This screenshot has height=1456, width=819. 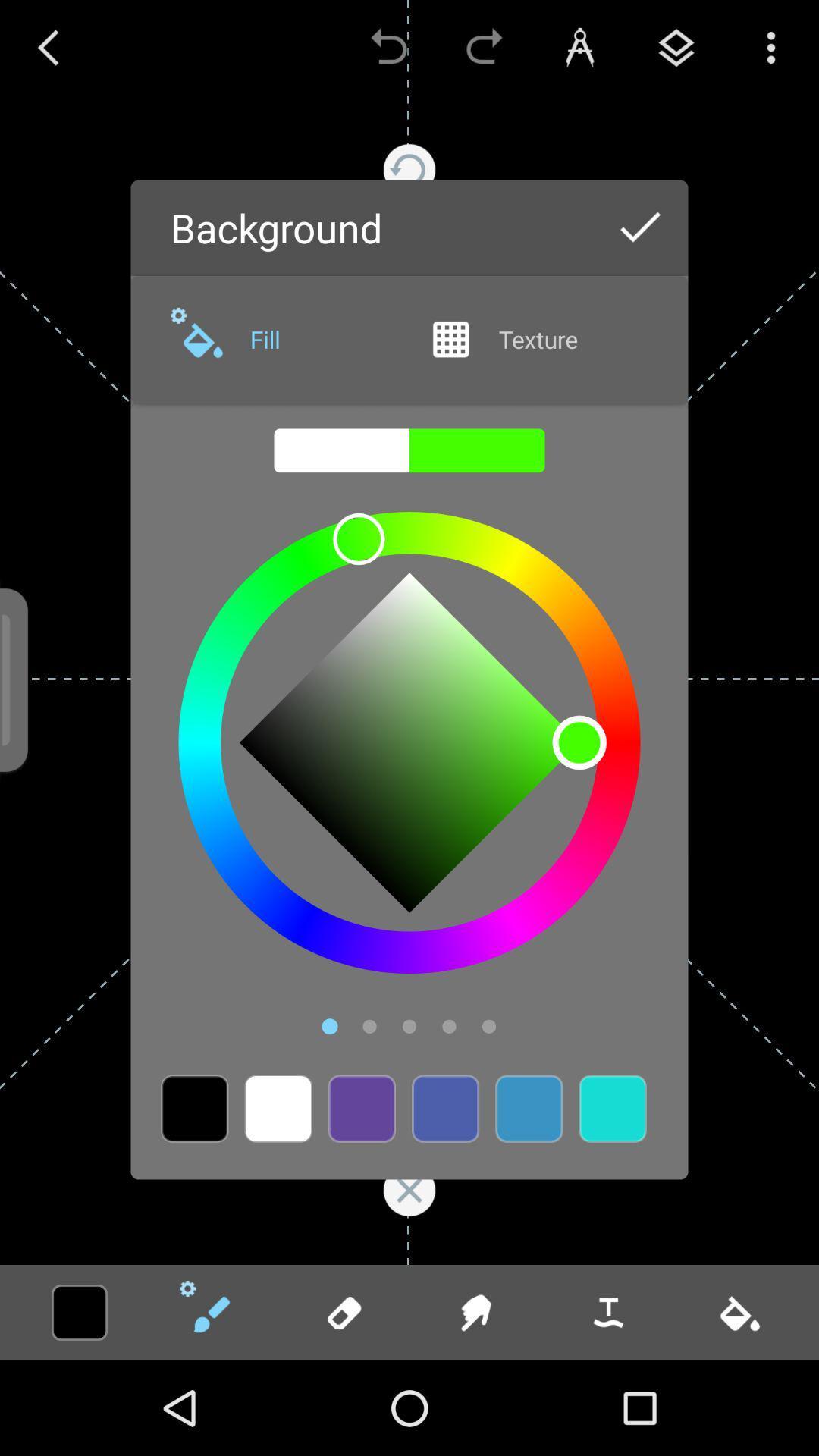 I want to click on the edit icon, so click(x=211, y=1312).